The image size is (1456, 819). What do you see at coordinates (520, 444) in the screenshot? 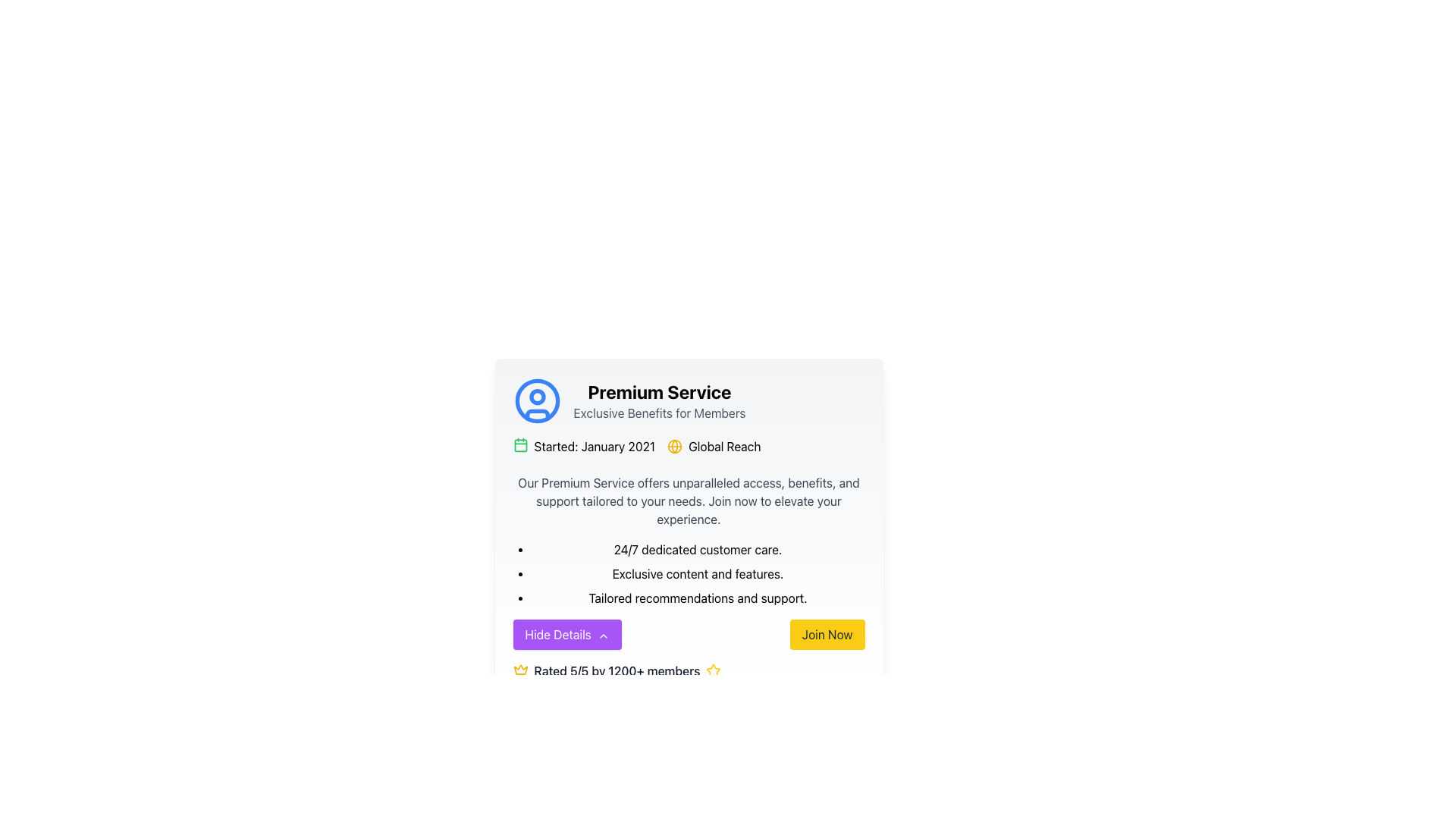
I see `the 'Start Date' icon, which is positioned to the left of the 'Started: January 2021' text and adjacent to the 'Global Reach' icon` at bounding box center [520, 444].